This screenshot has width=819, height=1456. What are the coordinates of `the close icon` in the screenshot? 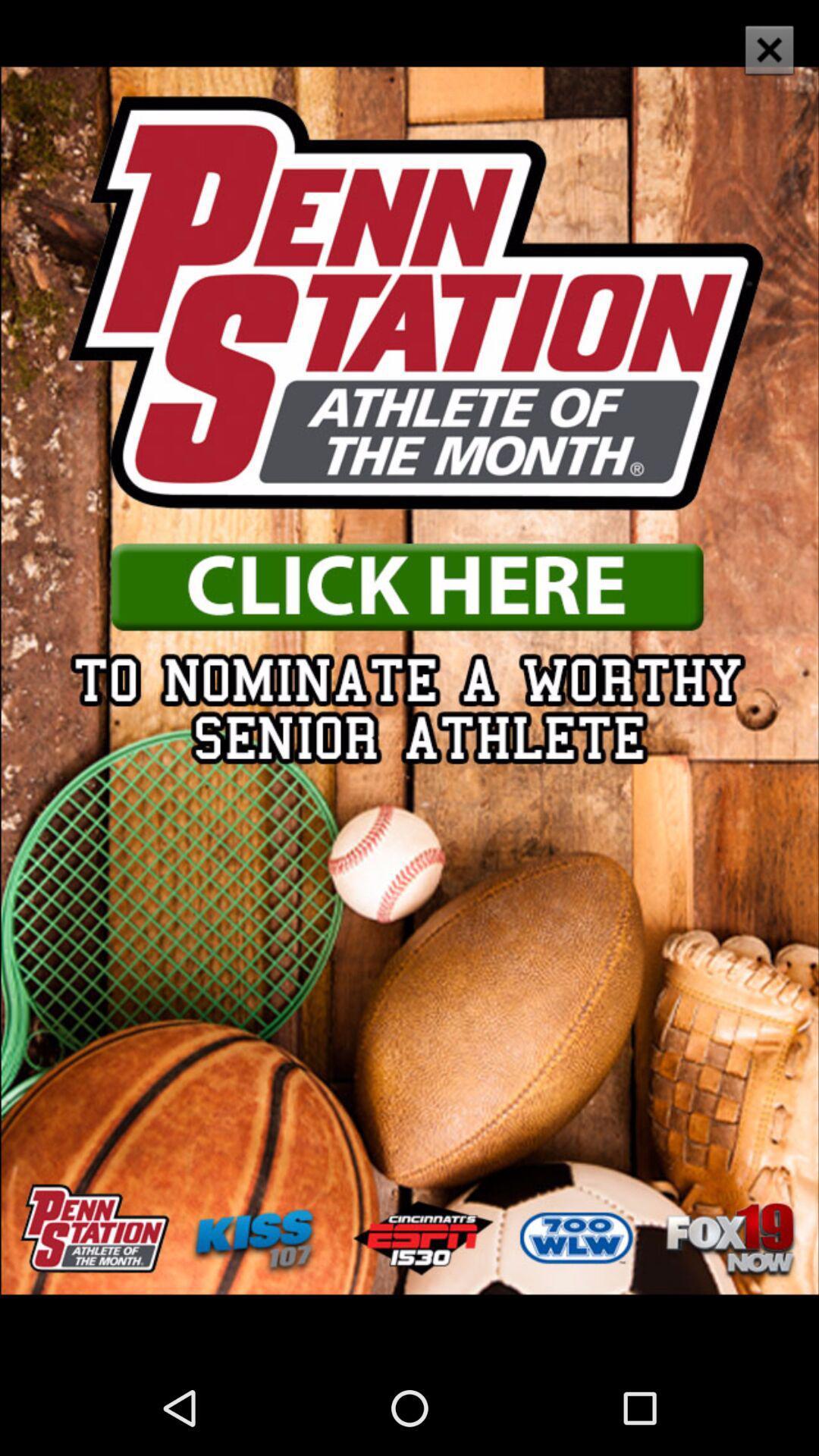 It's located at (769, 53).